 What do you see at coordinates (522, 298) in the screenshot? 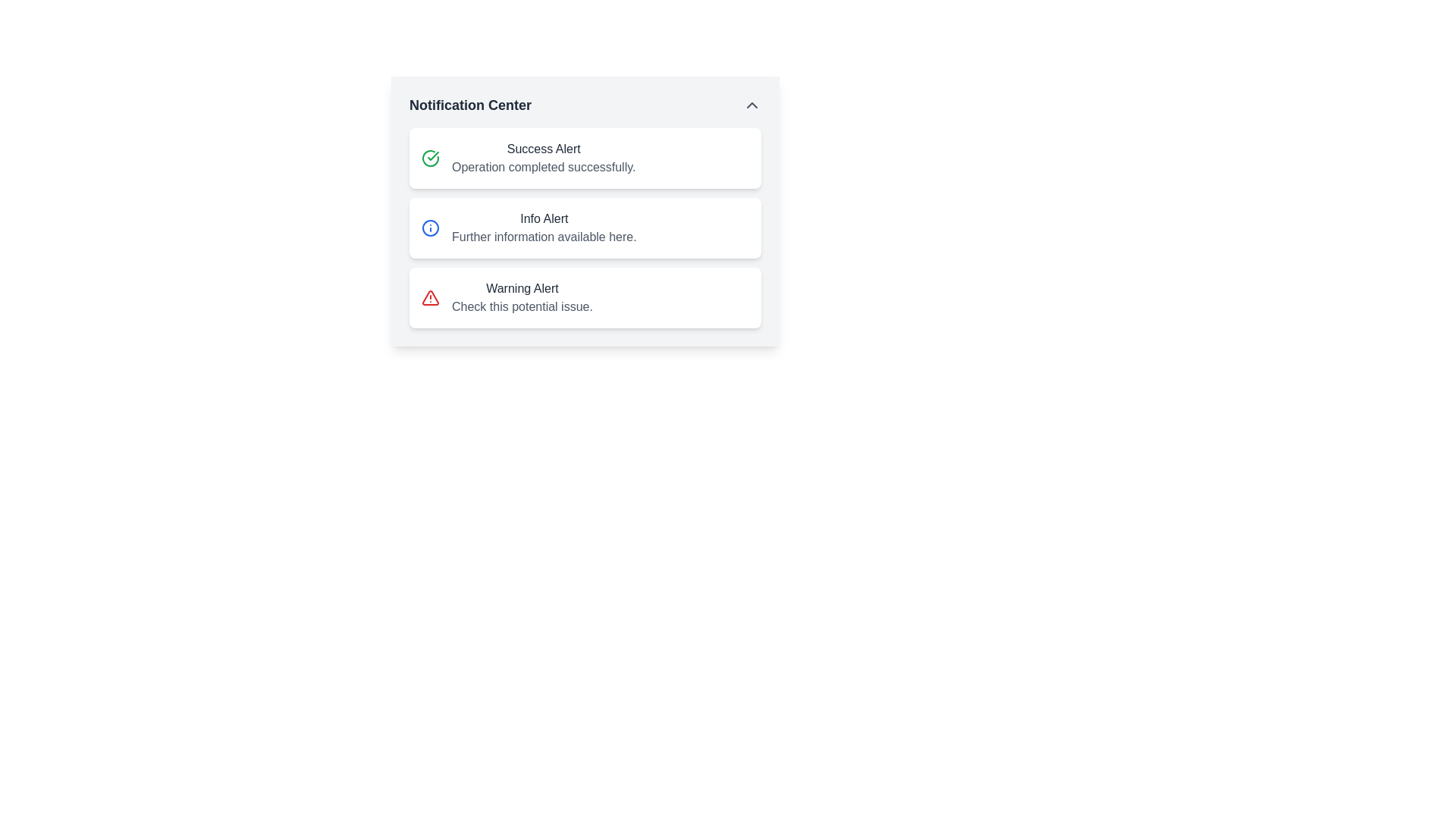
I see `warning notification text block located in the bottom row of the notification list, specifically the third entry after 'Success Alert' and 'Info Alert'` at bounding box center [522, 298].